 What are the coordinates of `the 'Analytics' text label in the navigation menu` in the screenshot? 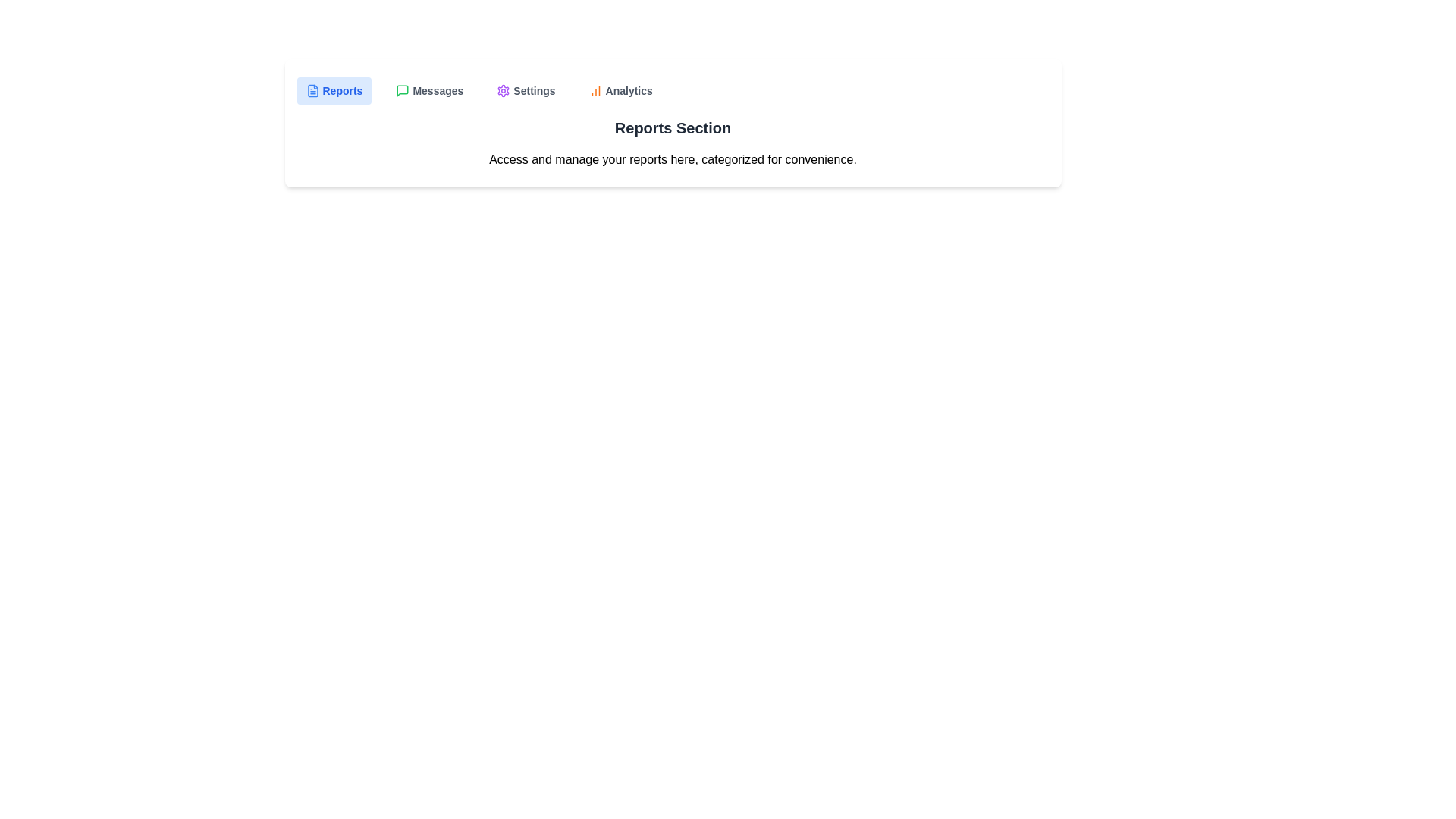 It's located at (629, 90).